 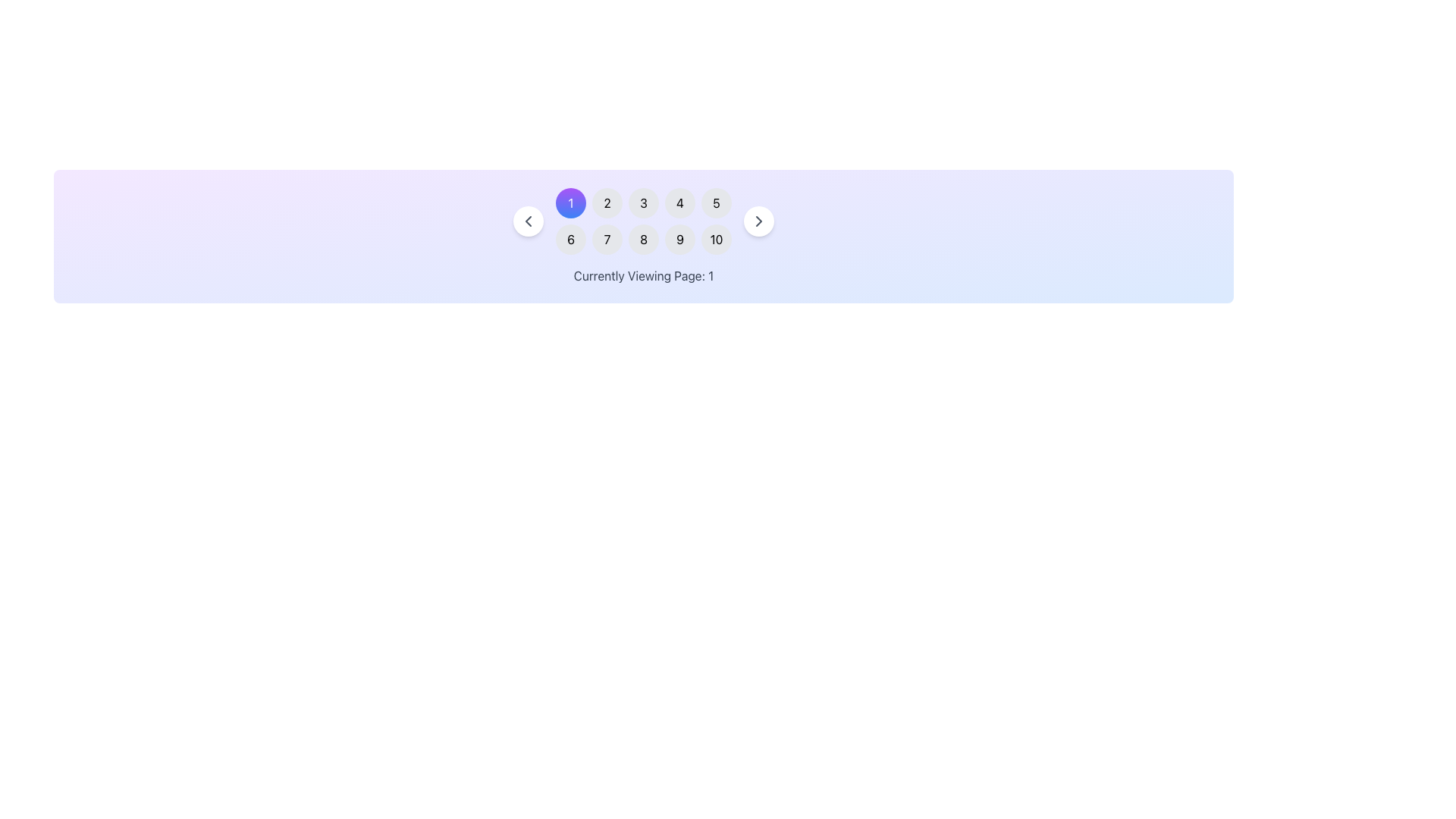 What do you see at coordinates (679, 202) in the screenshot?
I see `the circular button labeled '4' with a light gray background to interact` at bounding box center [679, 202].